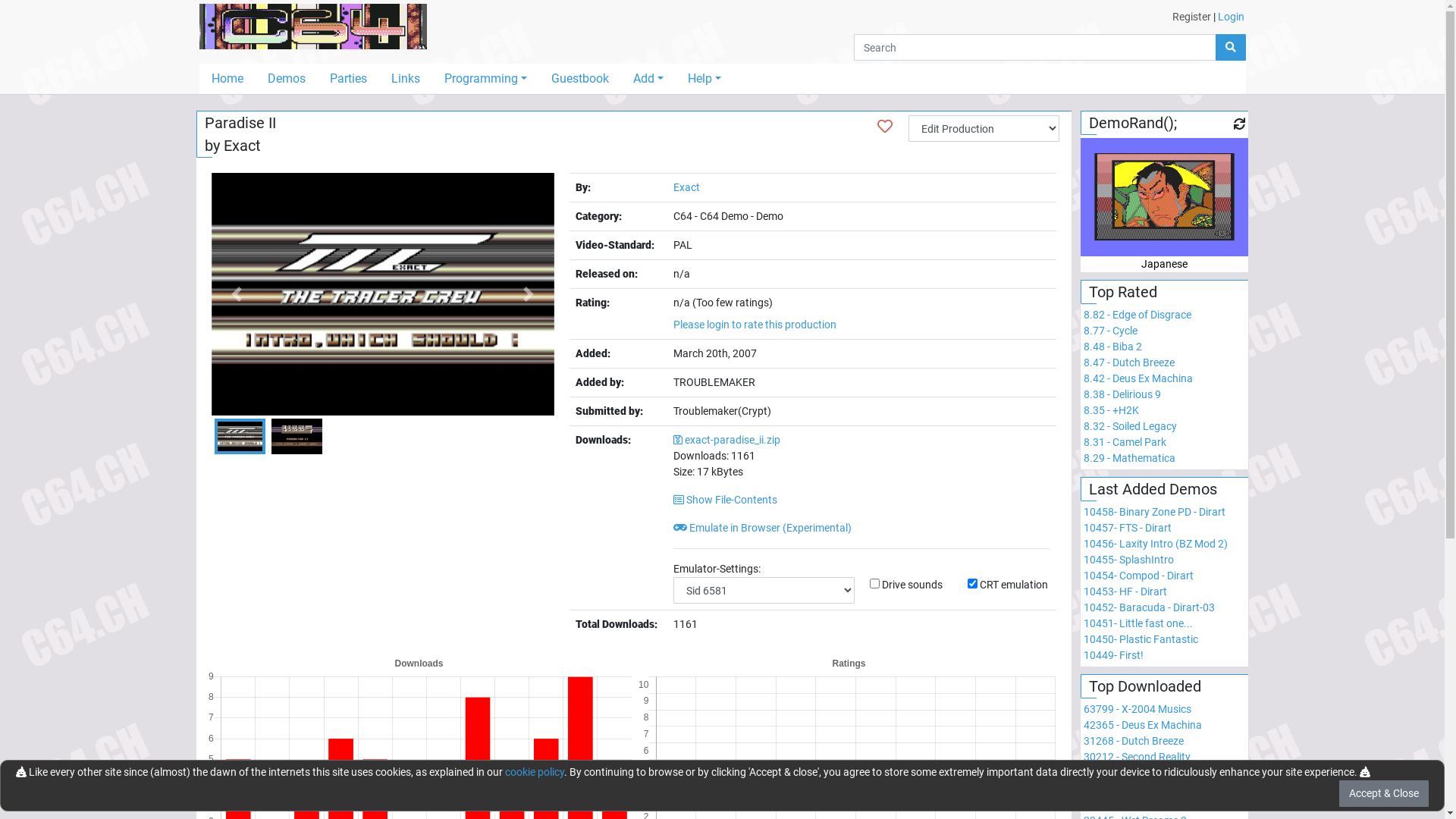 This screenshot has width=1456, height=819. What do you see at coordinates (1143, 724) in the screenshot?
I see `'42365 - Deus Ex Machina'` at bounding box center [1143, 724].